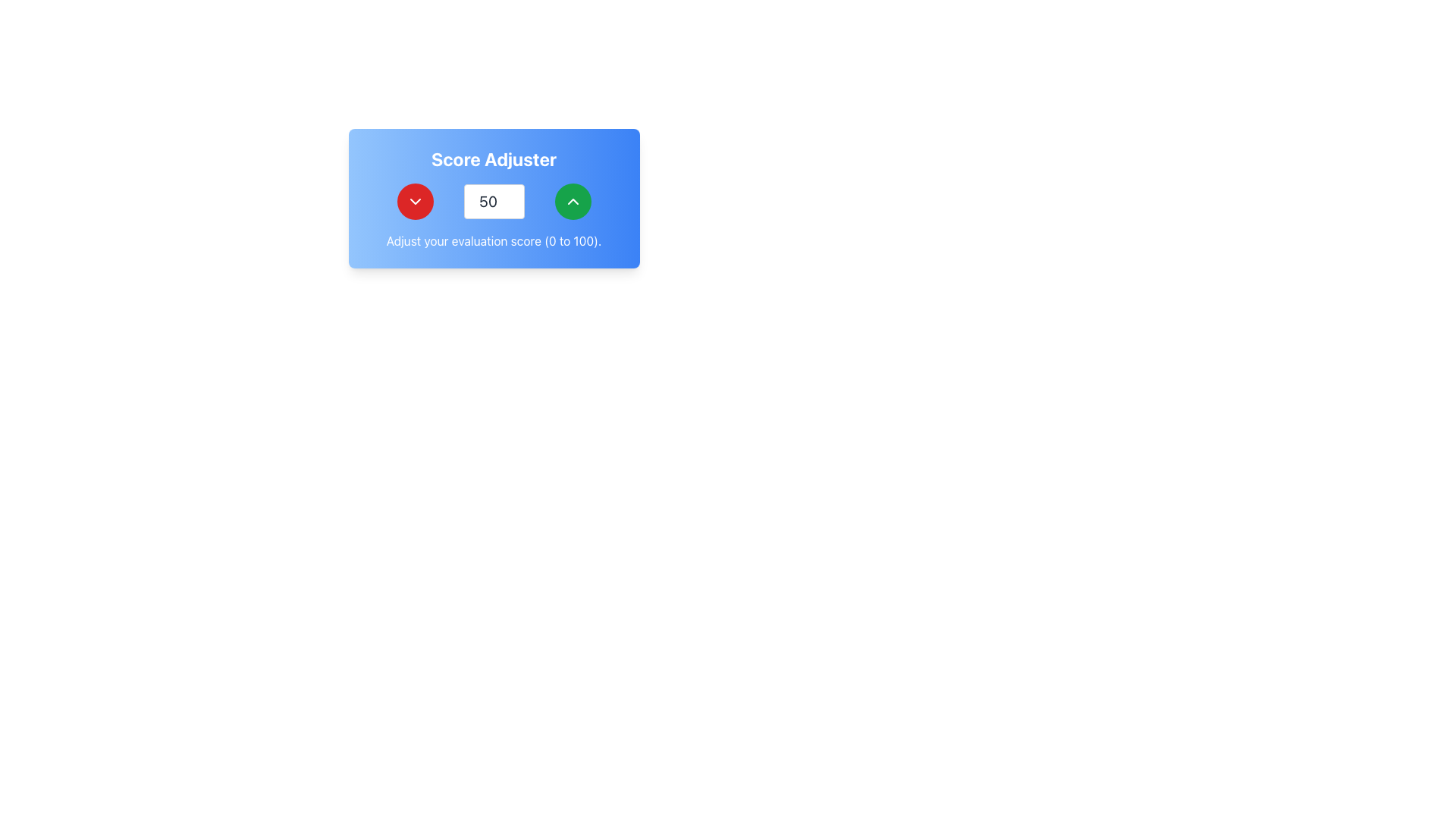  I want to click on the circular green button with a white upward arrow icon located at the far right of the Score Adjuster box, so click(572, 201).